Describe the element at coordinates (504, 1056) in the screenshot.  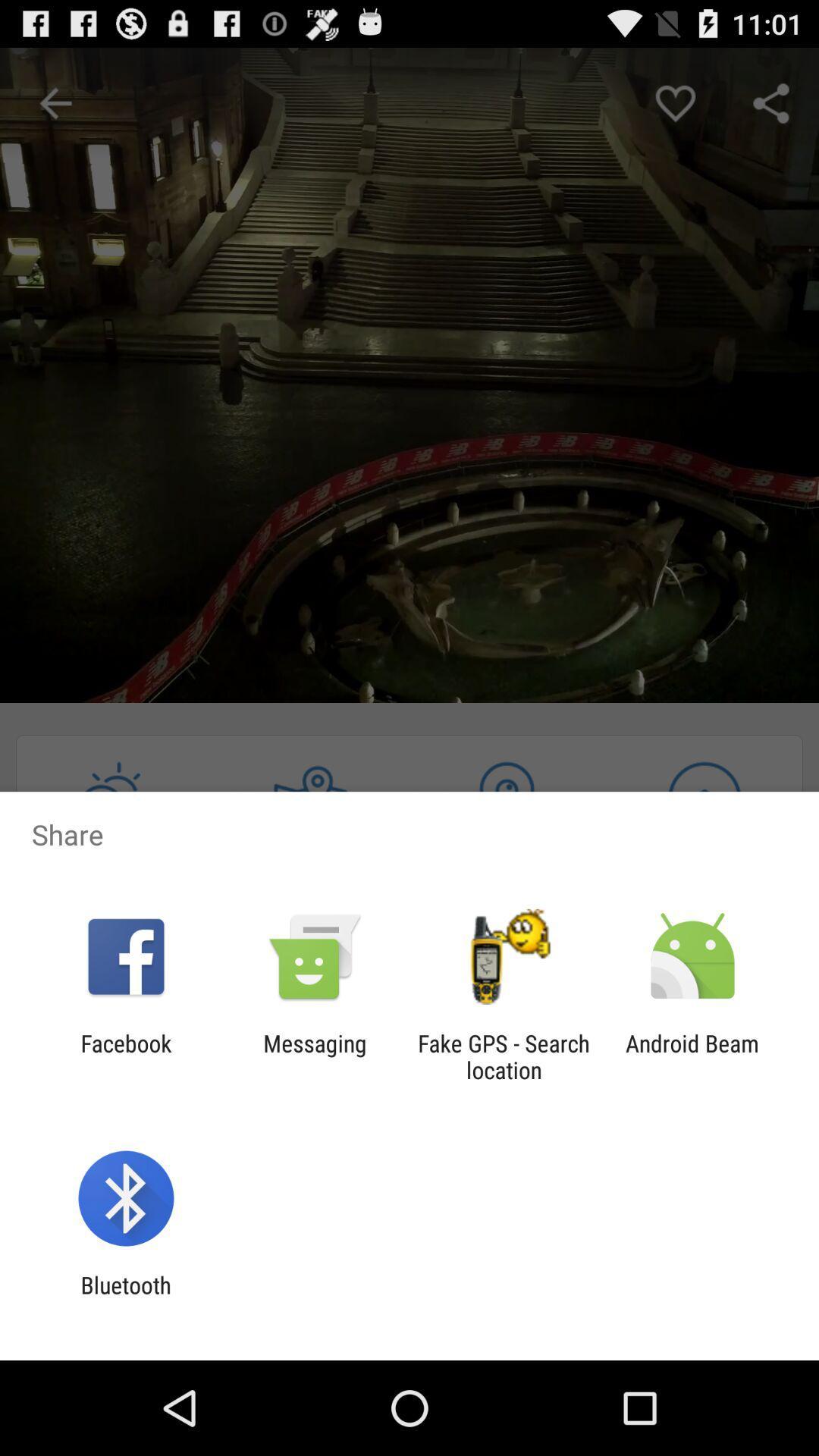
I see `item next to the android beam item` at that location.